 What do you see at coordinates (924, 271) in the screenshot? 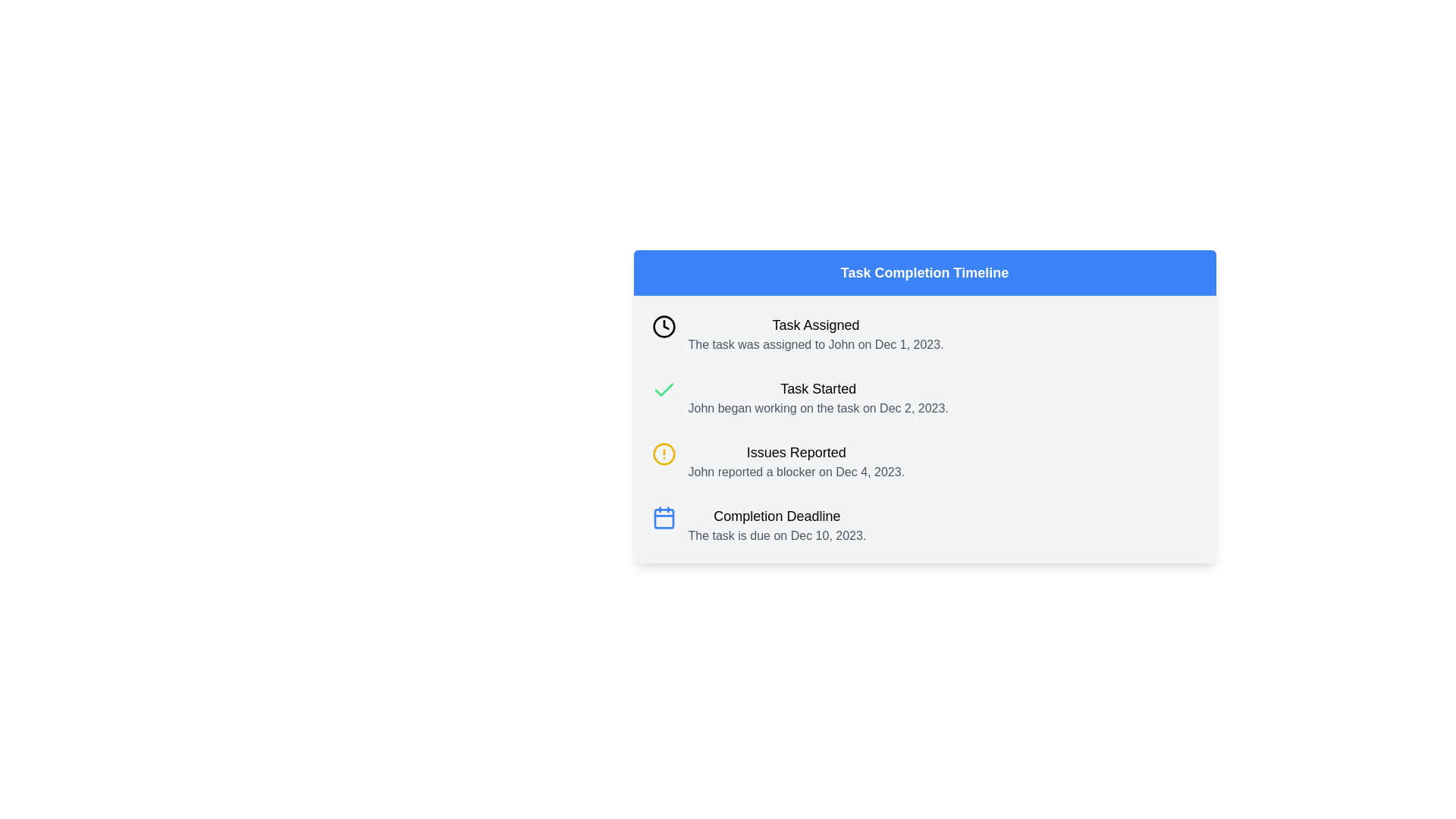
I see `the text label 'Task Completion Timeline' located in the blue header bar at the top of the section, which indicates the content and purpose of the section` at bounding box center [924, 271].